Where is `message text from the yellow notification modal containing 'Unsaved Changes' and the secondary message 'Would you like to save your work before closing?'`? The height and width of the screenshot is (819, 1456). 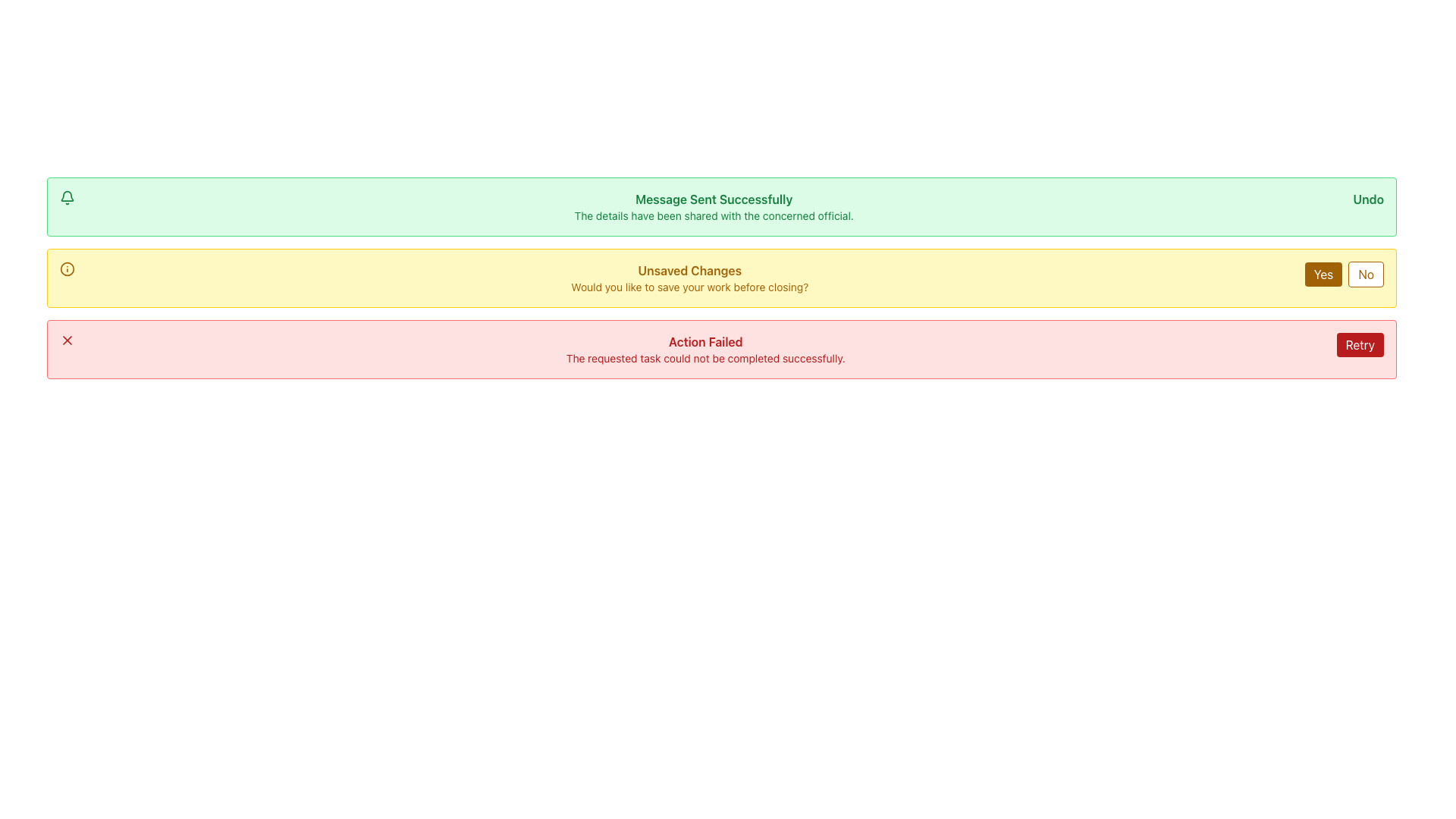 message text from the yellow notification modal containing 'Unsaved Changes' and the secondary message 'Would you like to save your work before closing?' is located at coordinates (720, 278).